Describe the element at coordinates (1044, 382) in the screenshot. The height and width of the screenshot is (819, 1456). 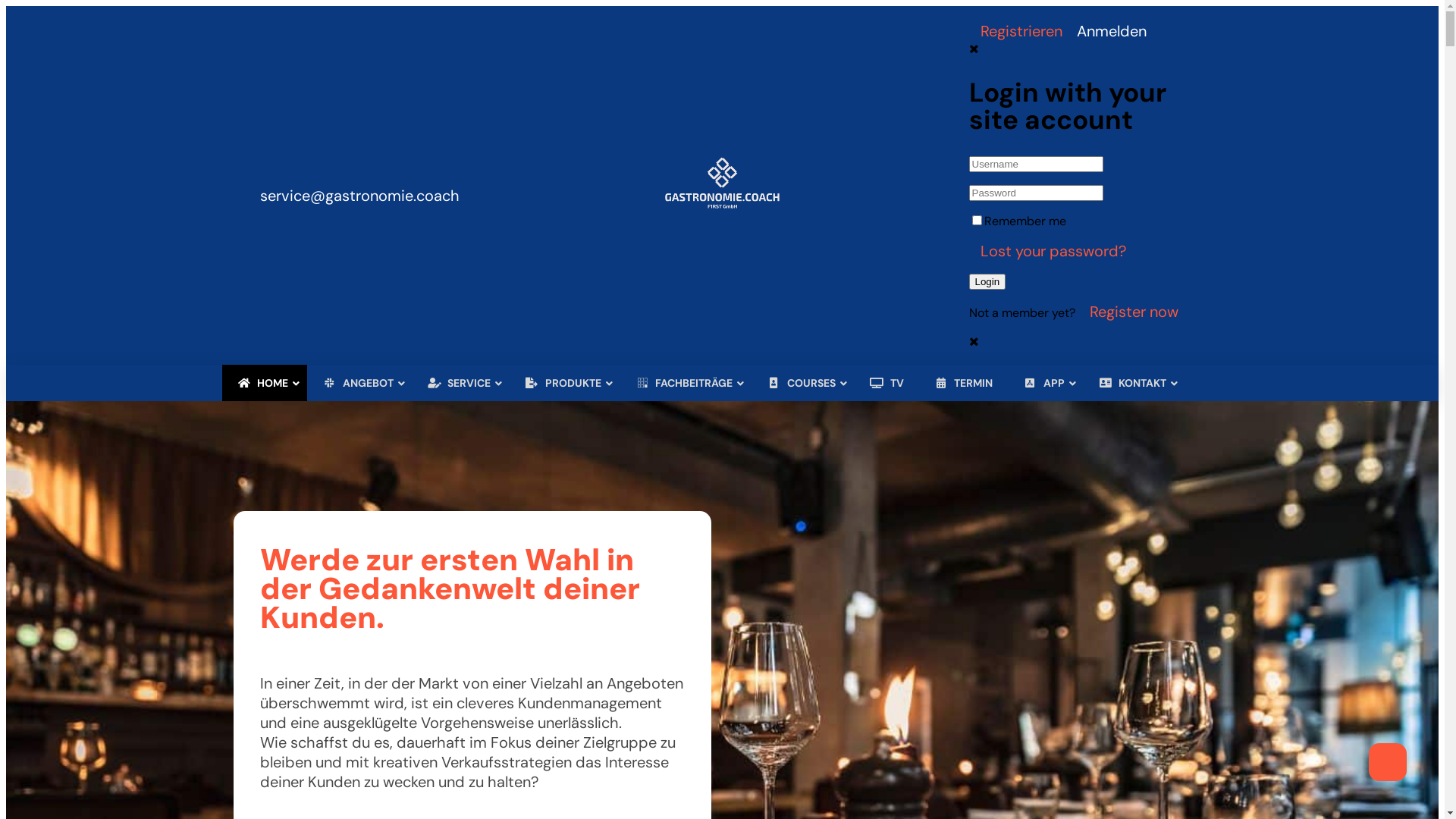
I see `'APP'` at that location.